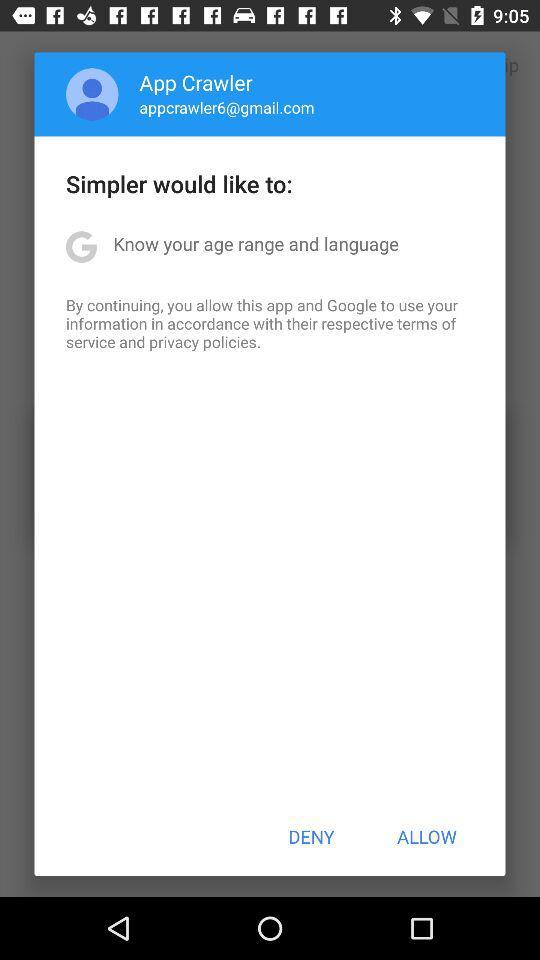 Image resolution: width=540 pixels, height=960 pixels. Describe the element at coordinates (256, 242) in the screenshot. I see `app below the simpler would like icon` at that location.